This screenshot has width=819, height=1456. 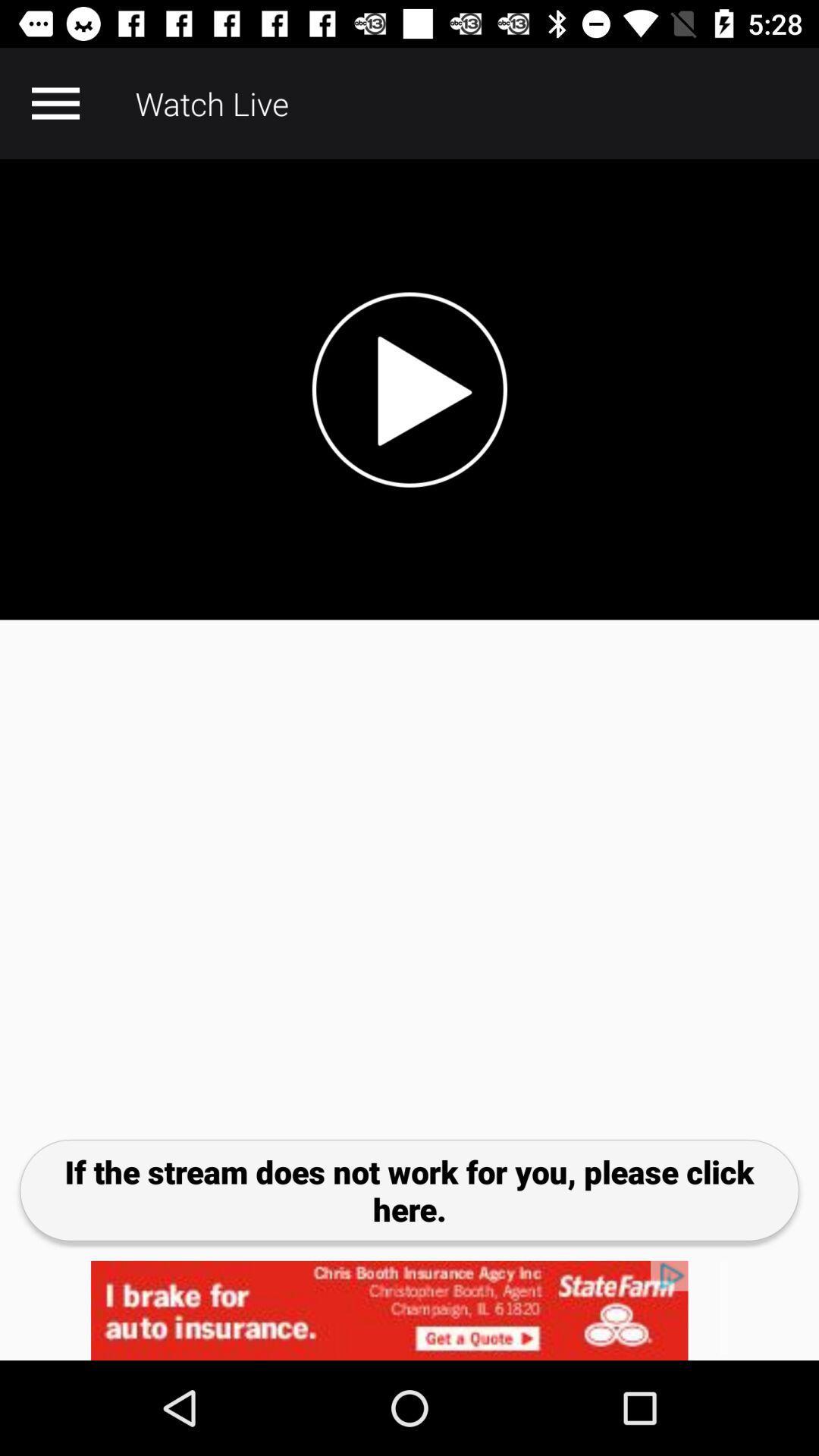 I want to click on more tools, so click(x=55, y=102).